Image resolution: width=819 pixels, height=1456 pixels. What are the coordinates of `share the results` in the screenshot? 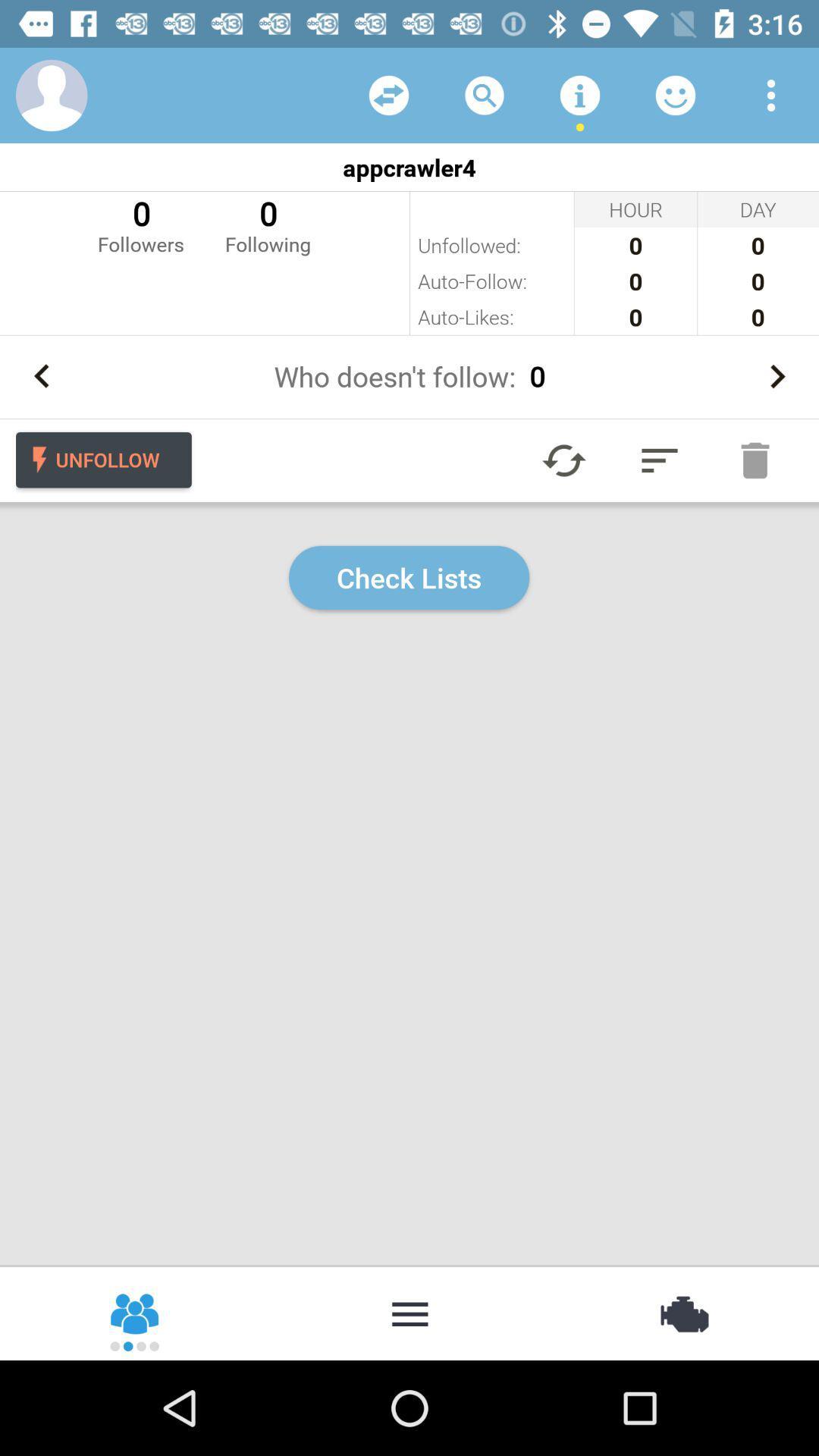 It's located at (135, 1312).